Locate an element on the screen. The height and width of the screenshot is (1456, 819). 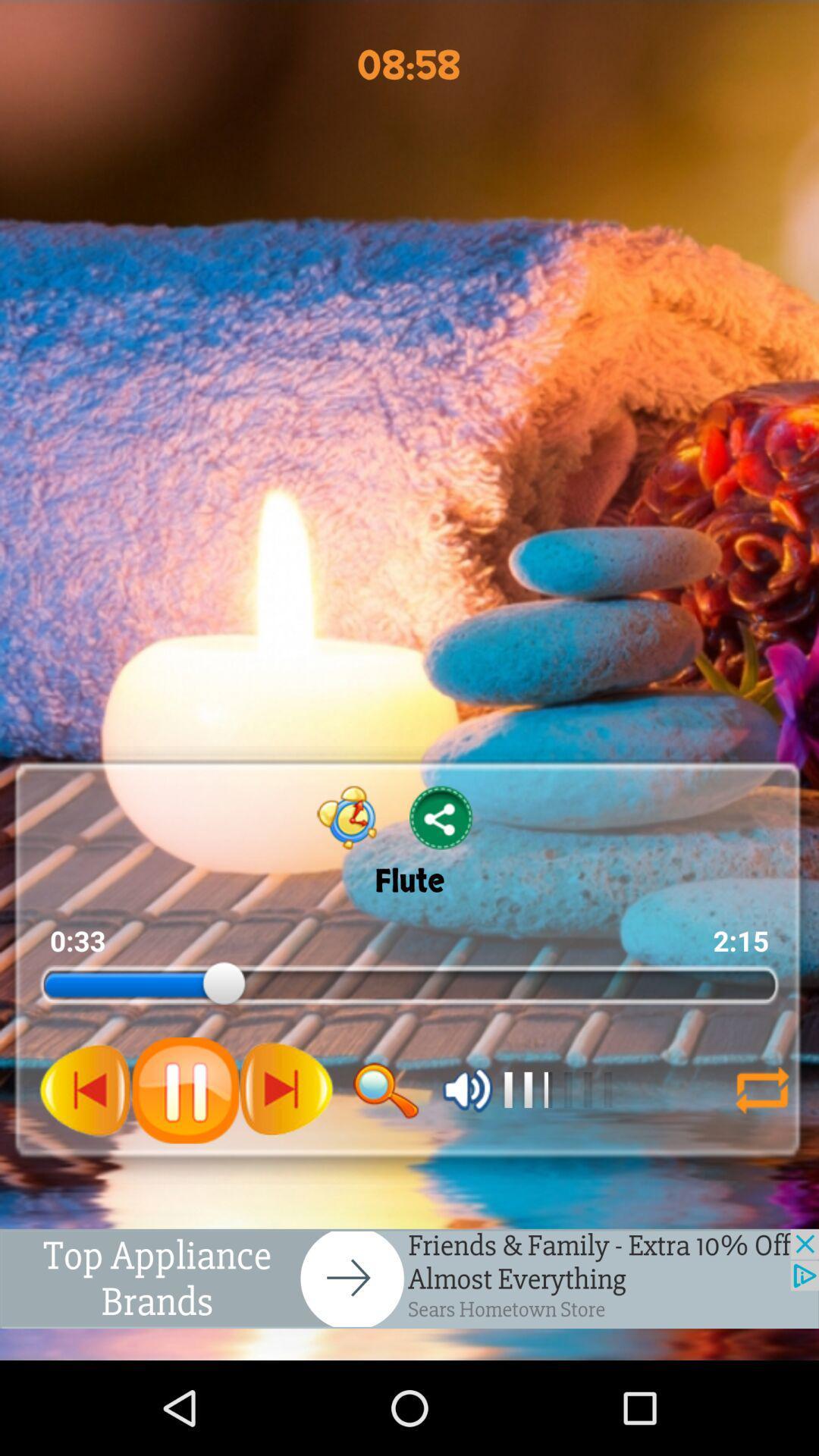
rewind is located at coordinates (86, 1089).